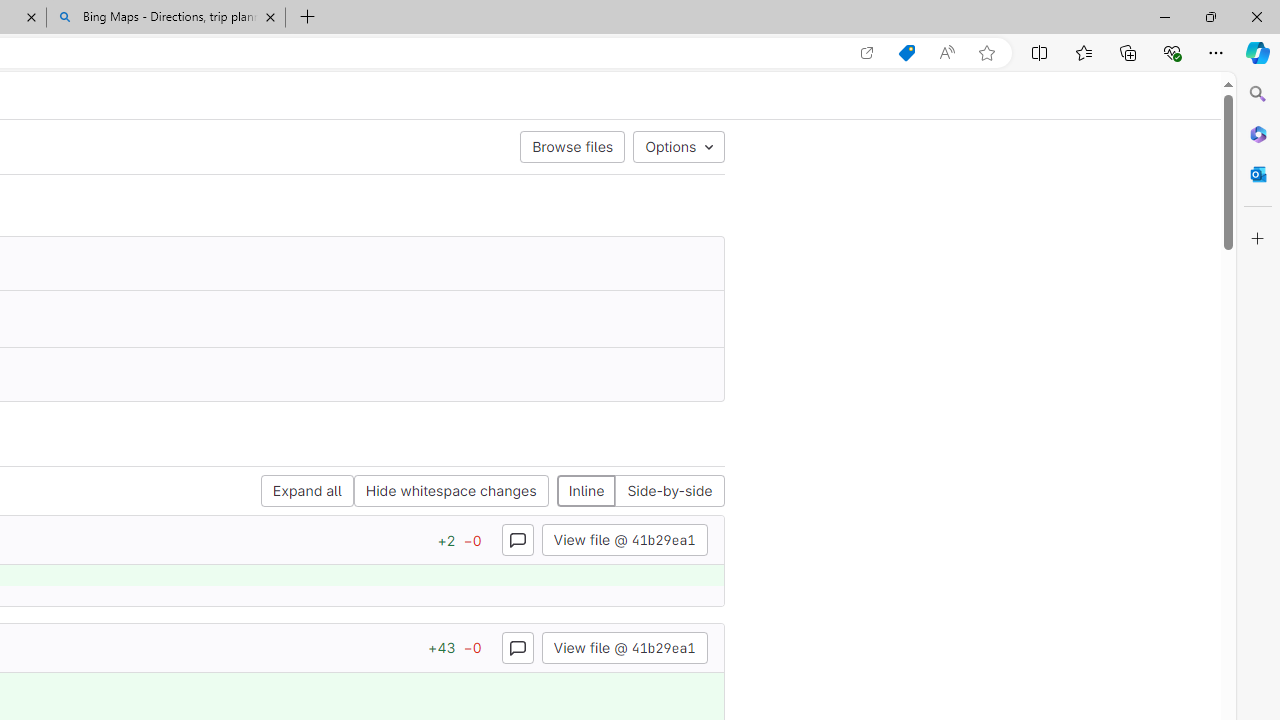 The image size is (1280, 720). I want to click on 'Hide whitespace changes', so click(450, 491).